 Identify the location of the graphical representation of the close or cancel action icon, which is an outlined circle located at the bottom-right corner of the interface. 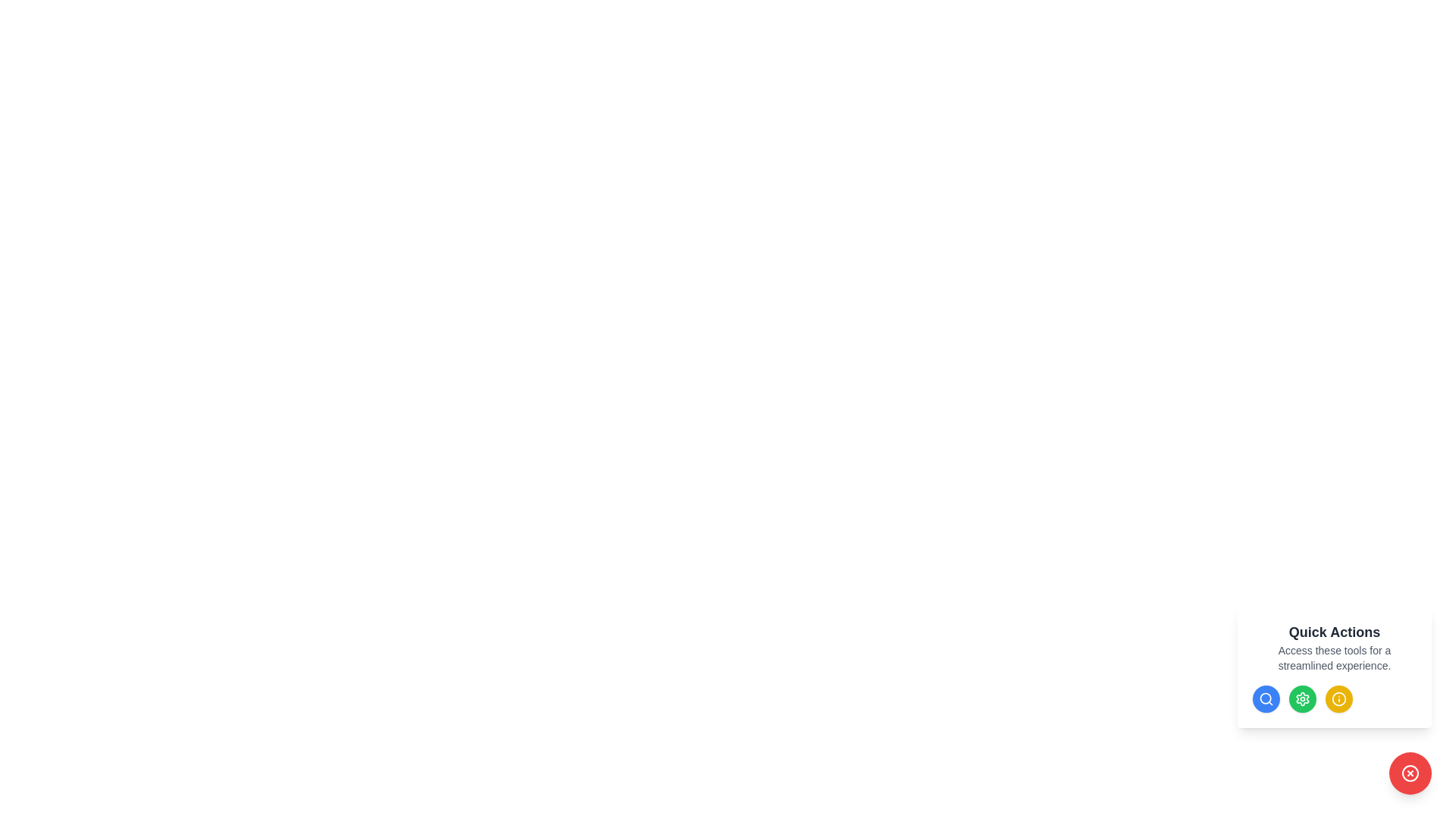
(1410, 773).